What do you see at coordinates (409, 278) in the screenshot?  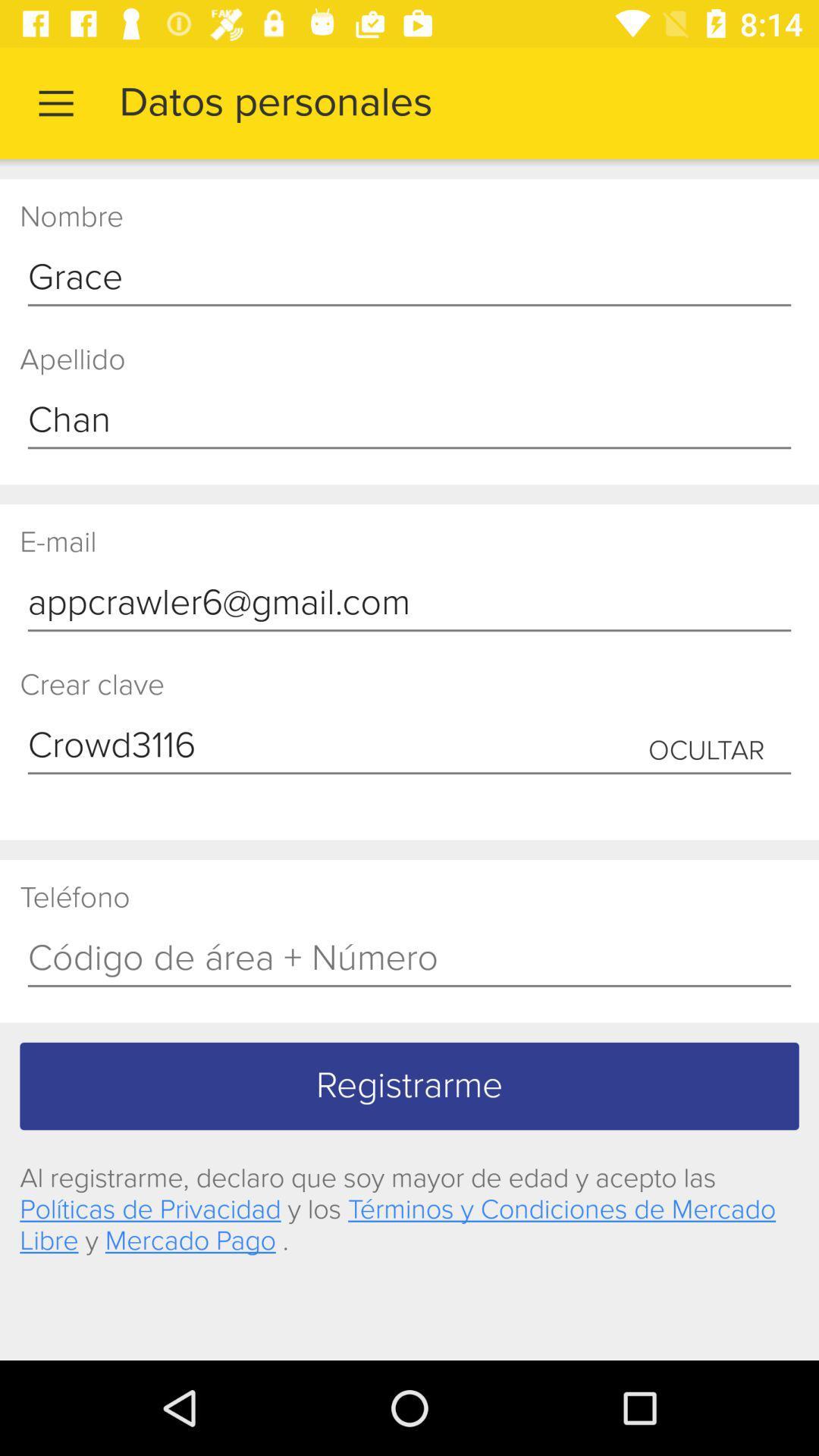 I see `the grace icon` at bounding box center [409, 278].